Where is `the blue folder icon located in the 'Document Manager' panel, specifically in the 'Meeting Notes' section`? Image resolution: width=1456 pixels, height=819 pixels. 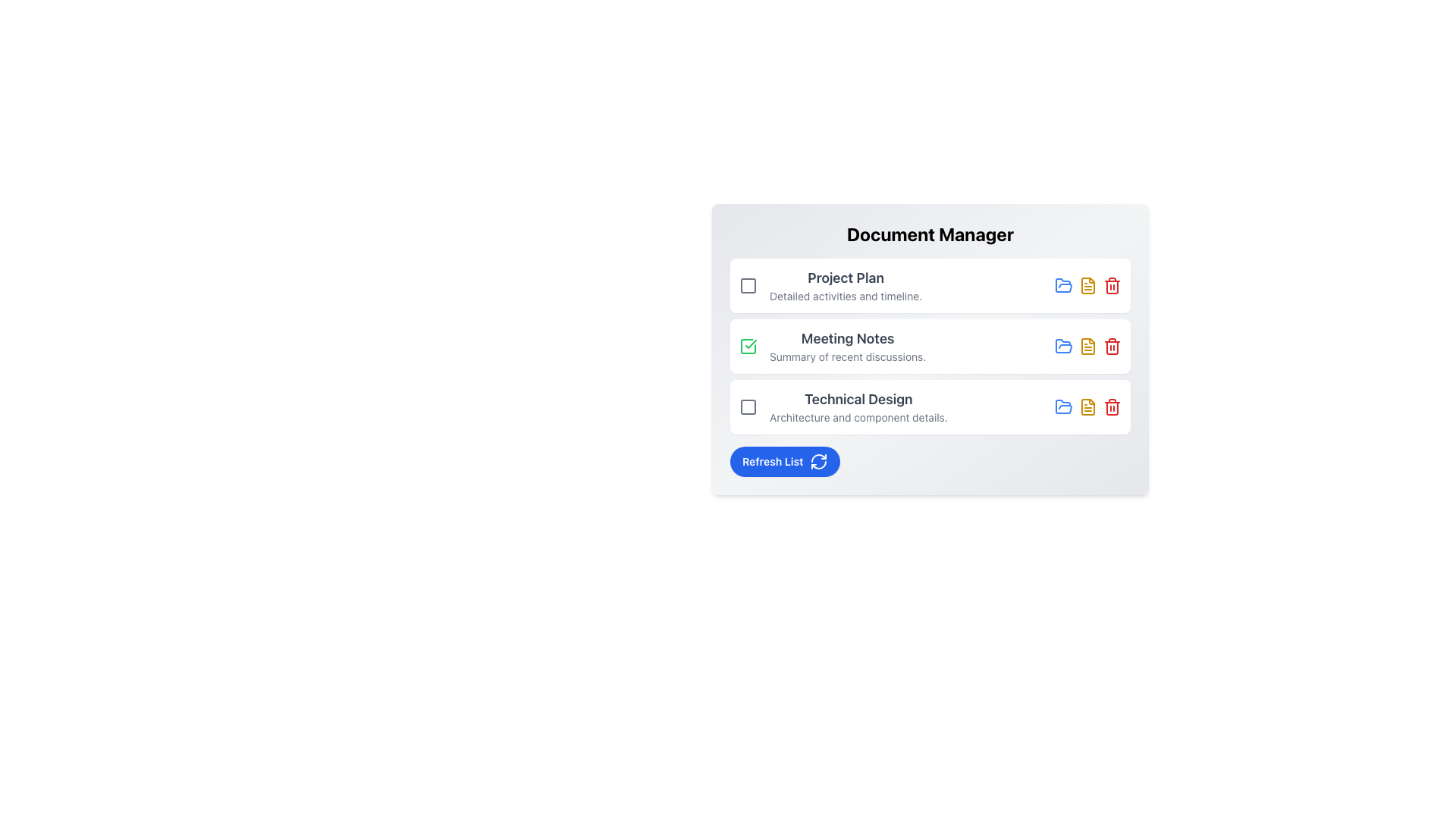
the blue folder icon located in the 'Document Manager' panel, specifically in the 'Meeting Notes' section is located at coordinates (1062, 285).